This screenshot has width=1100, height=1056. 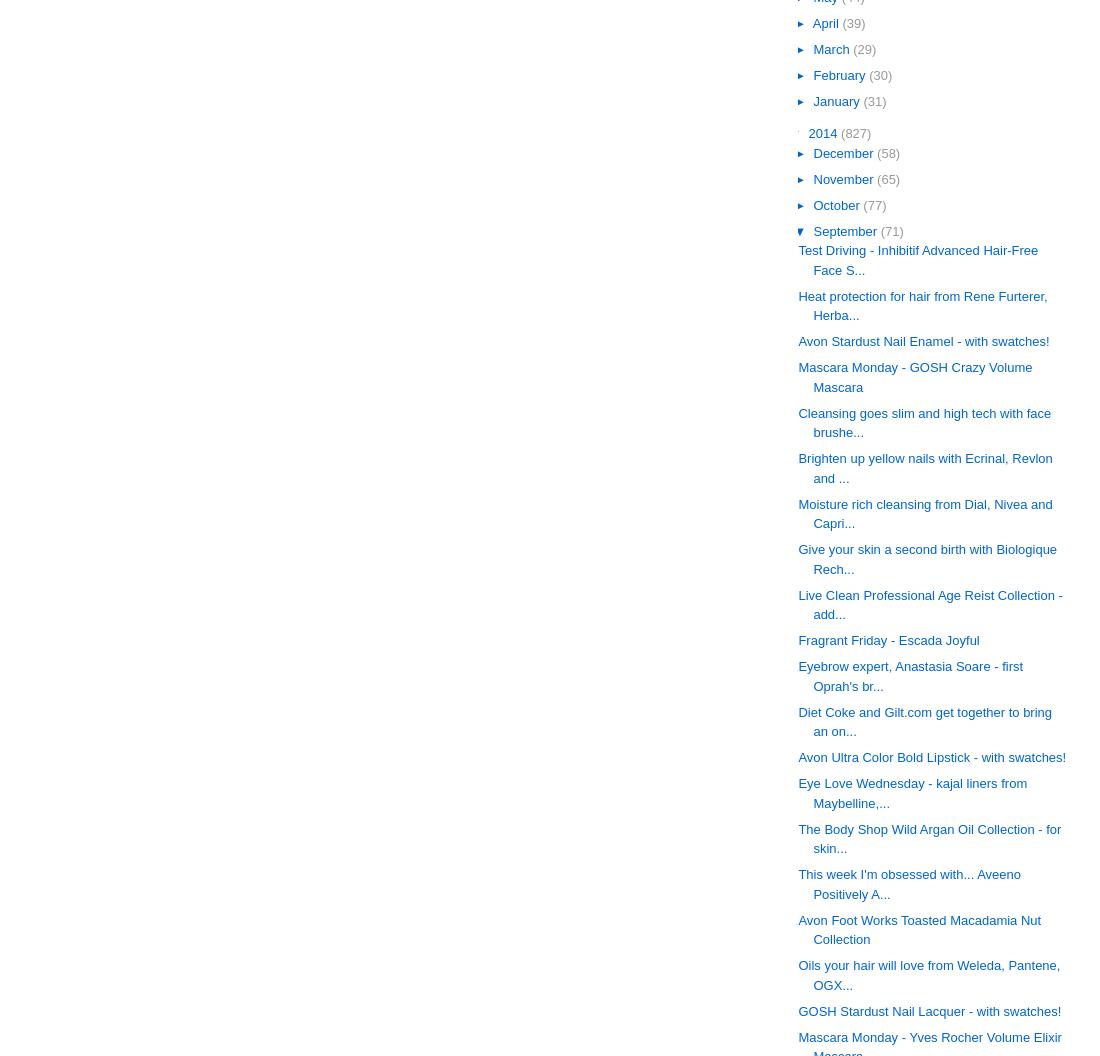 What do you see at coordinates (887, 639) in the screenshot?
I see `'Fragrant Friday - Escada Joyful'` at bounding box center [887, 639].